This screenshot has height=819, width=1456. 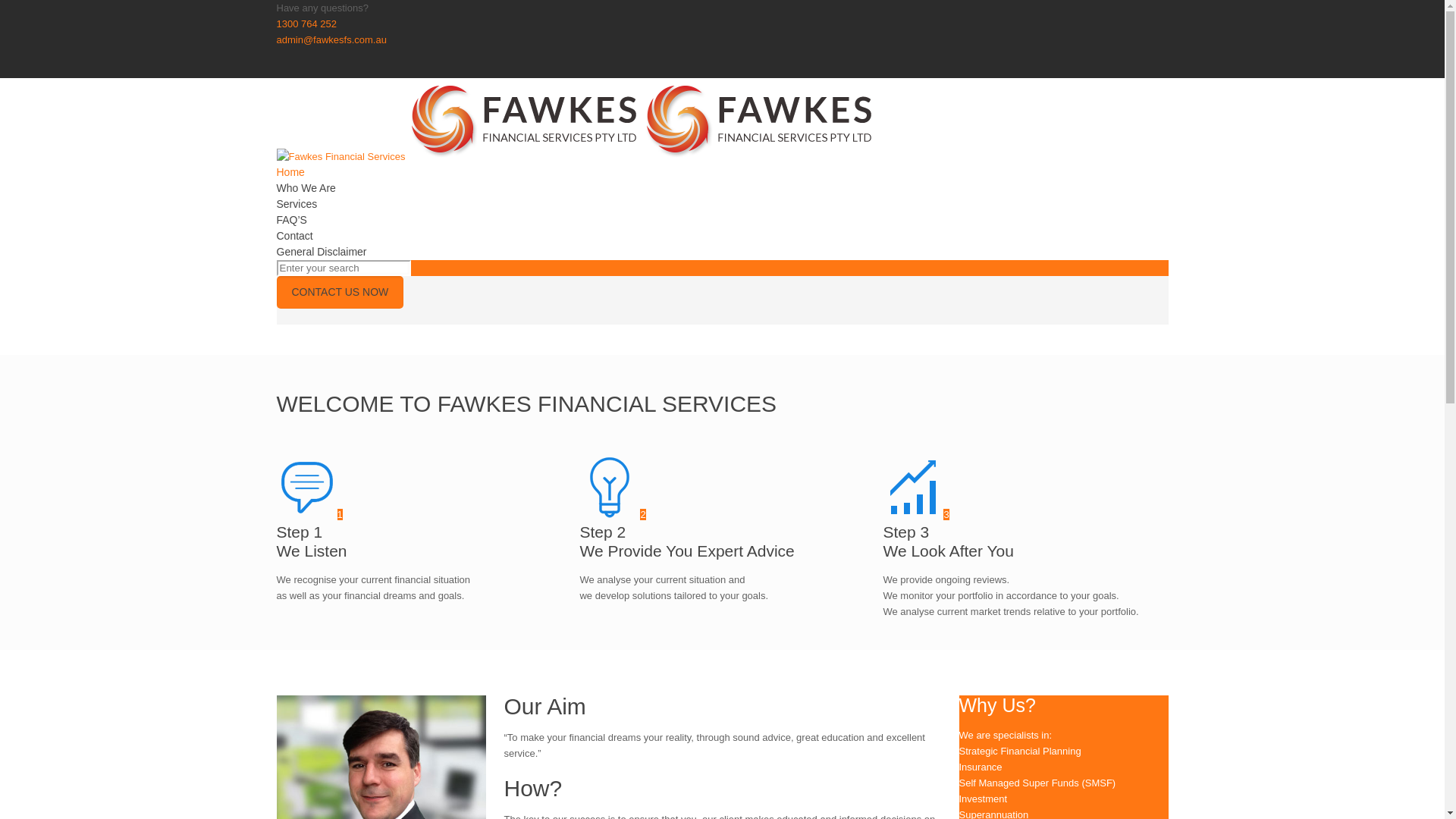 What do you see at coordinates (296, 203) in the screenshot?
I see `'Services'` at bounding box center [296, 203].